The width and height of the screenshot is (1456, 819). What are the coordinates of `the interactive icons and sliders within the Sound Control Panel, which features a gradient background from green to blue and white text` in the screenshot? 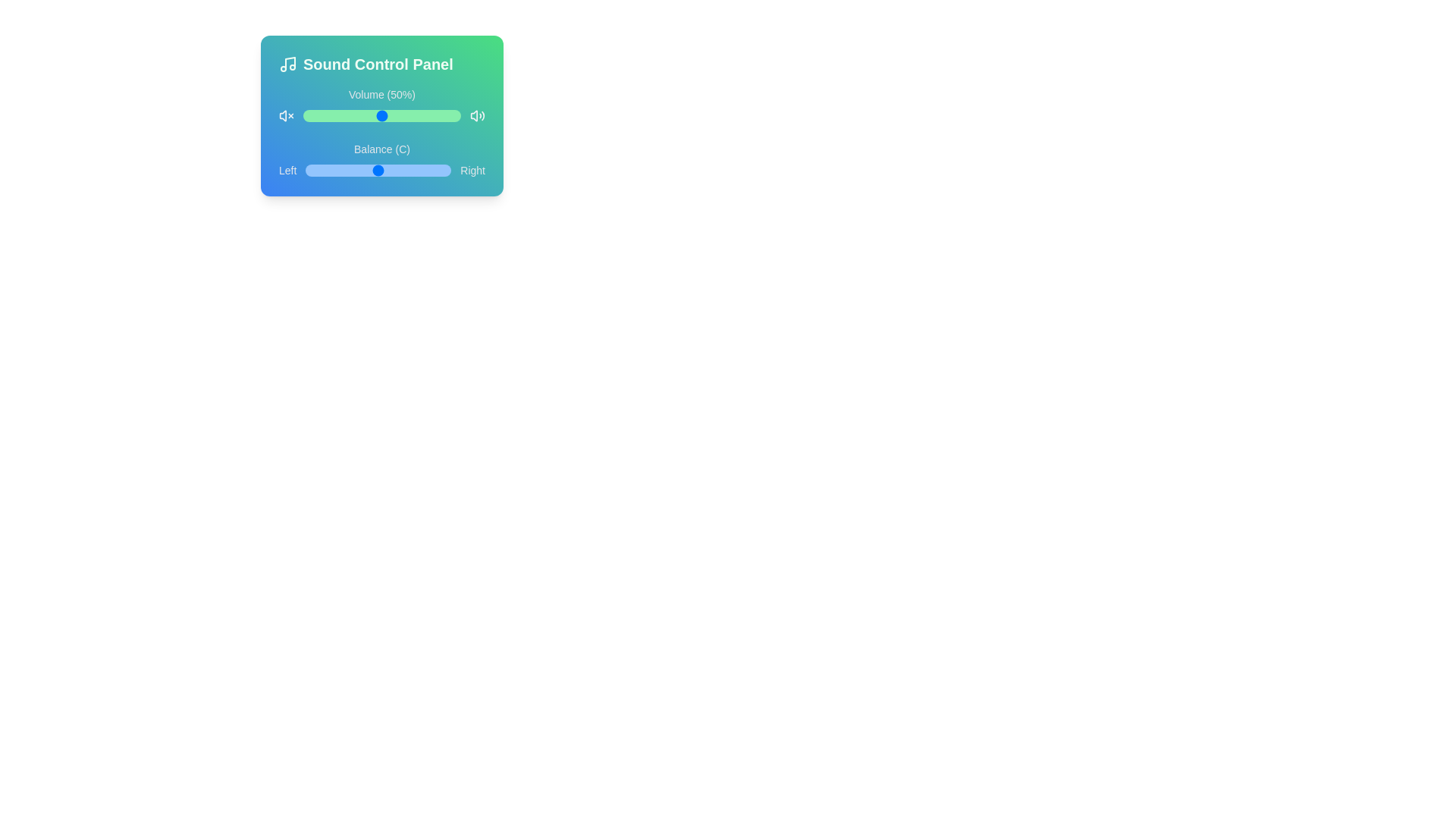 It's located at (382, 115).